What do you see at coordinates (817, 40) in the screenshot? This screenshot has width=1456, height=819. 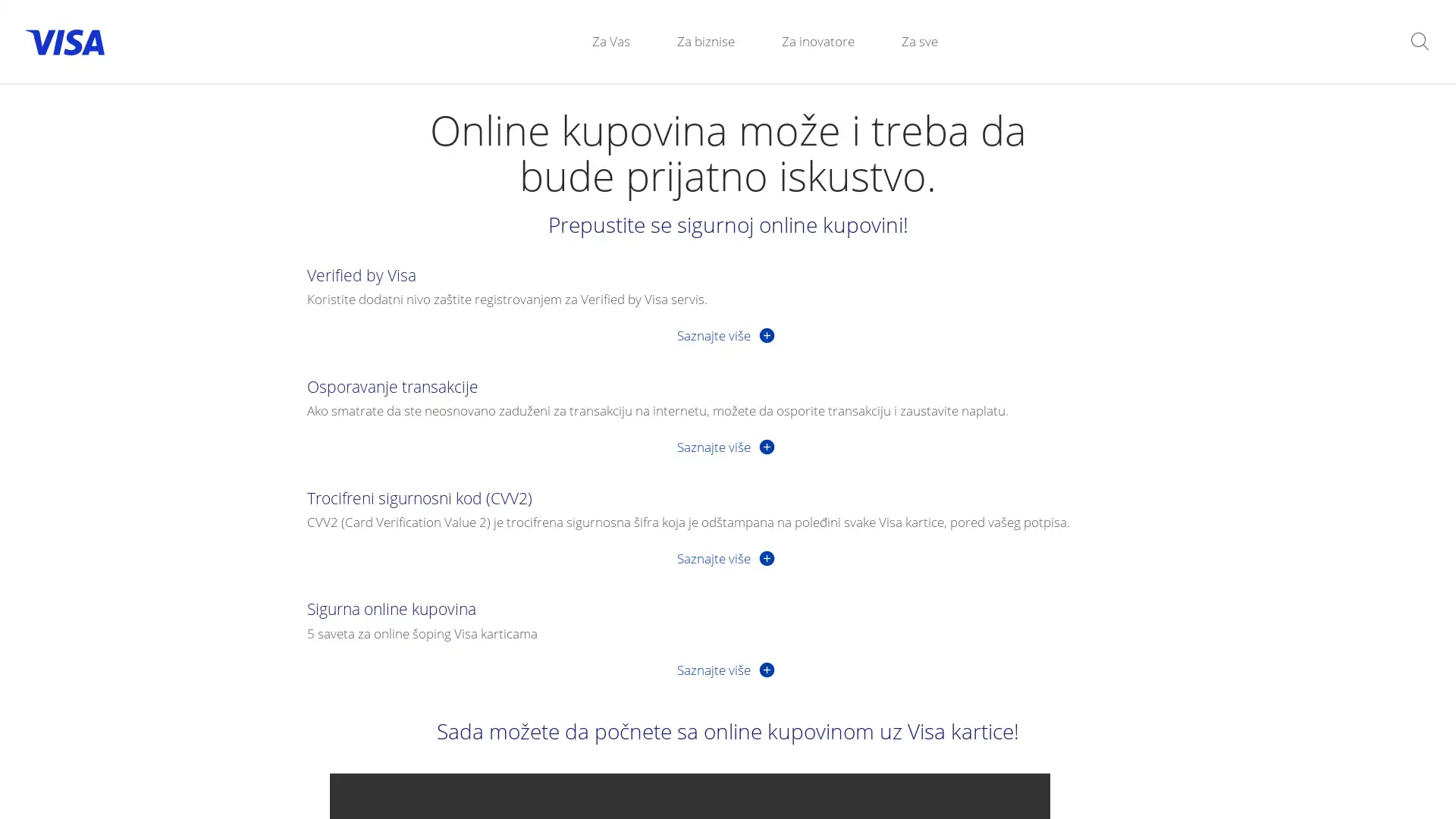 I see `Za inovatore` at bounding box center [817, 40].